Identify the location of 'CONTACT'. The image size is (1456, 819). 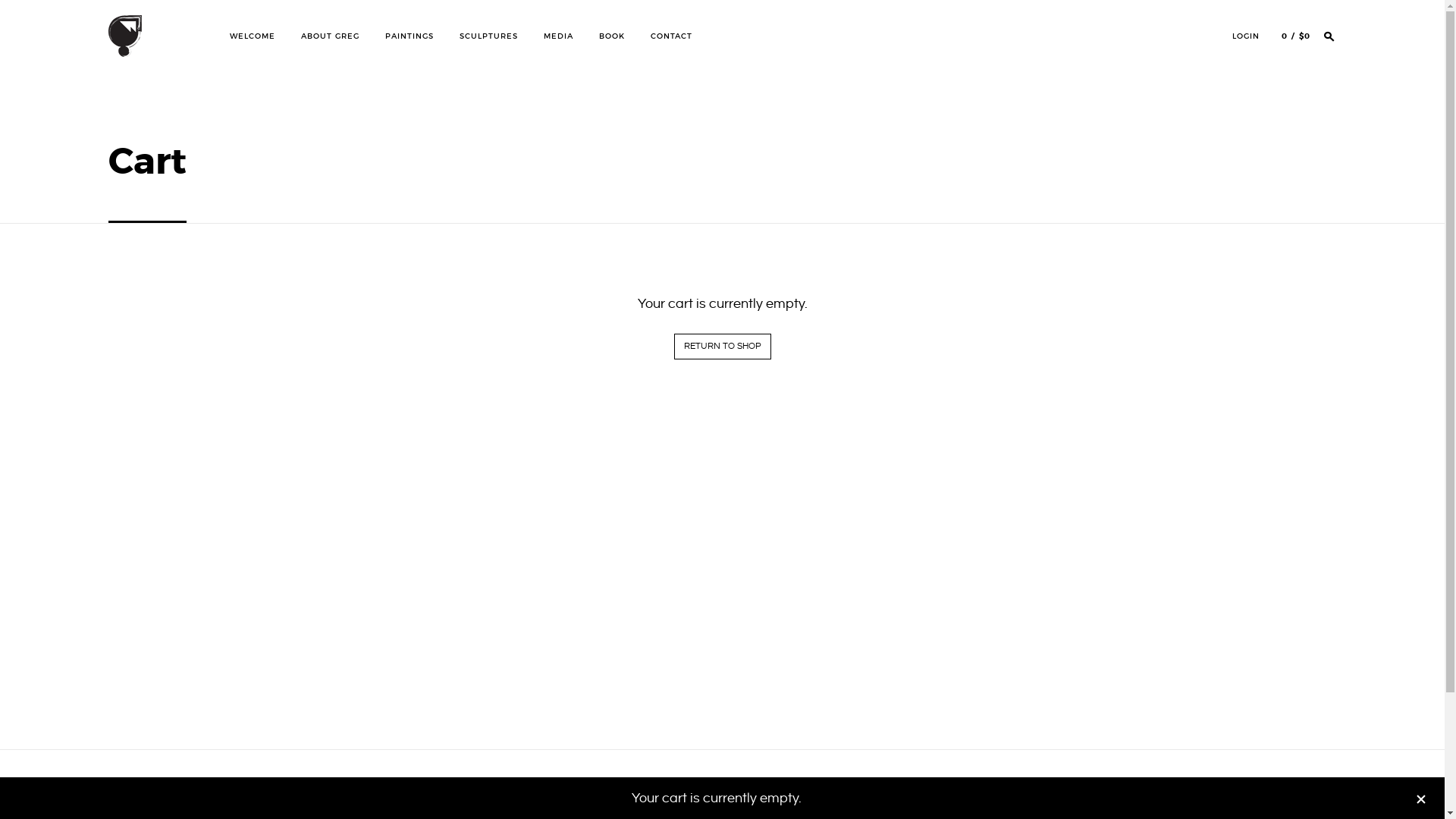
(670, 35).